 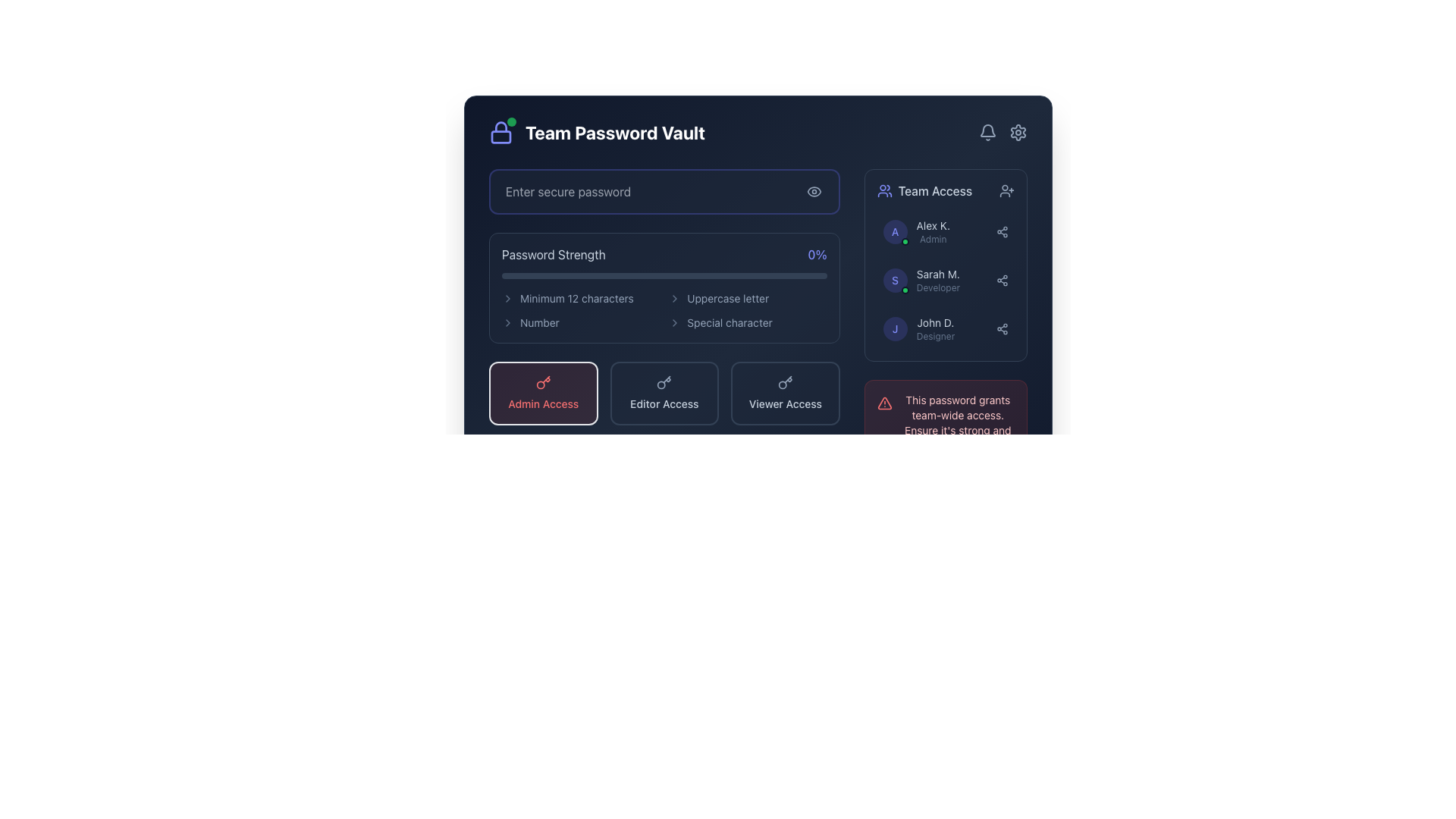 What do you see at coordinates (932, 231) in the screenshot?
I see `the text element displaying 'Alex K.' and 'Admin' in the 'Team Access' panel, which is positioned at the top of the user roles list` at bounding box center [932, 231].